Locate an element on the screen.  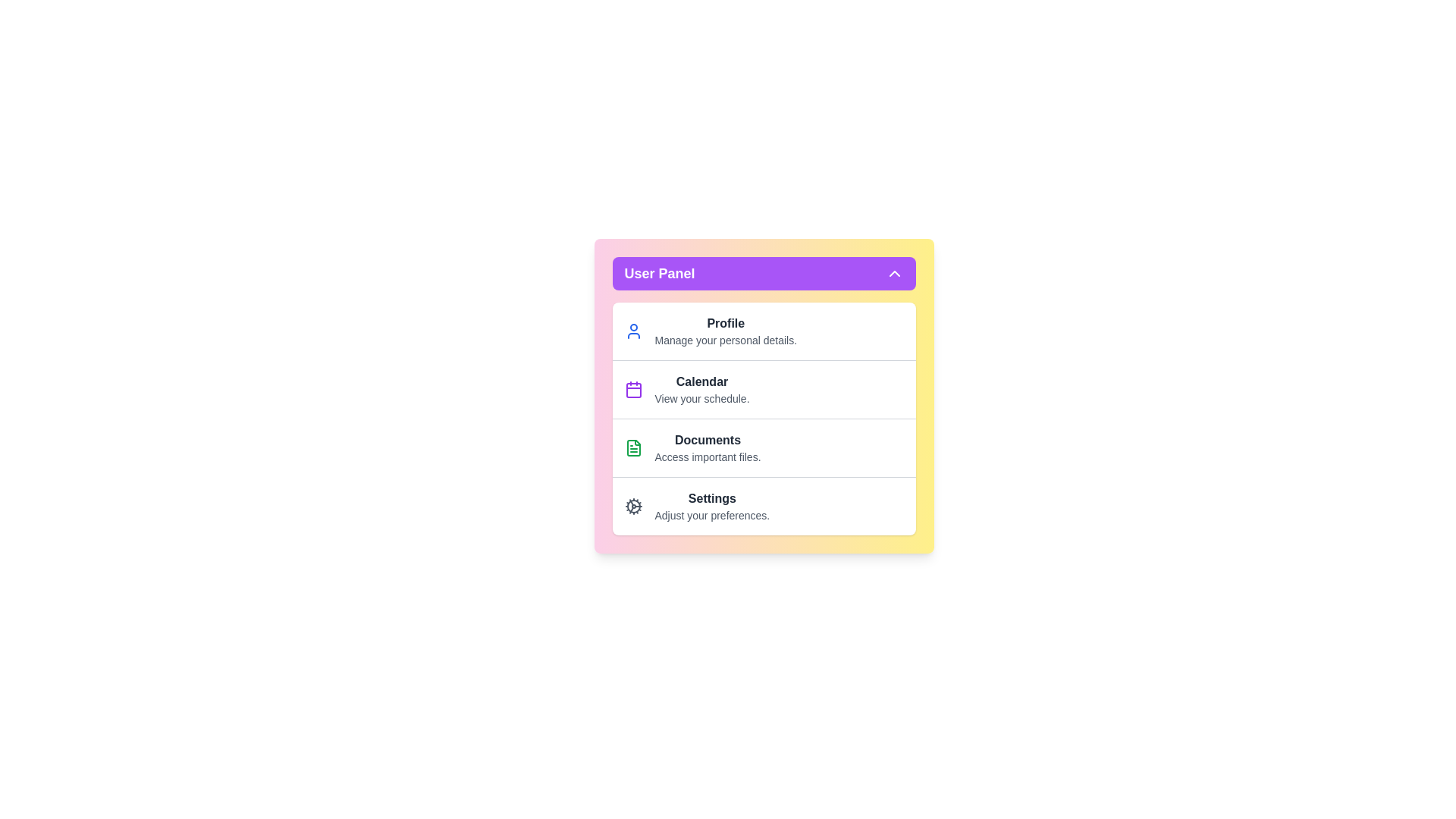
the fourth menu item in the User Panel is located at coordinates (764, 506).